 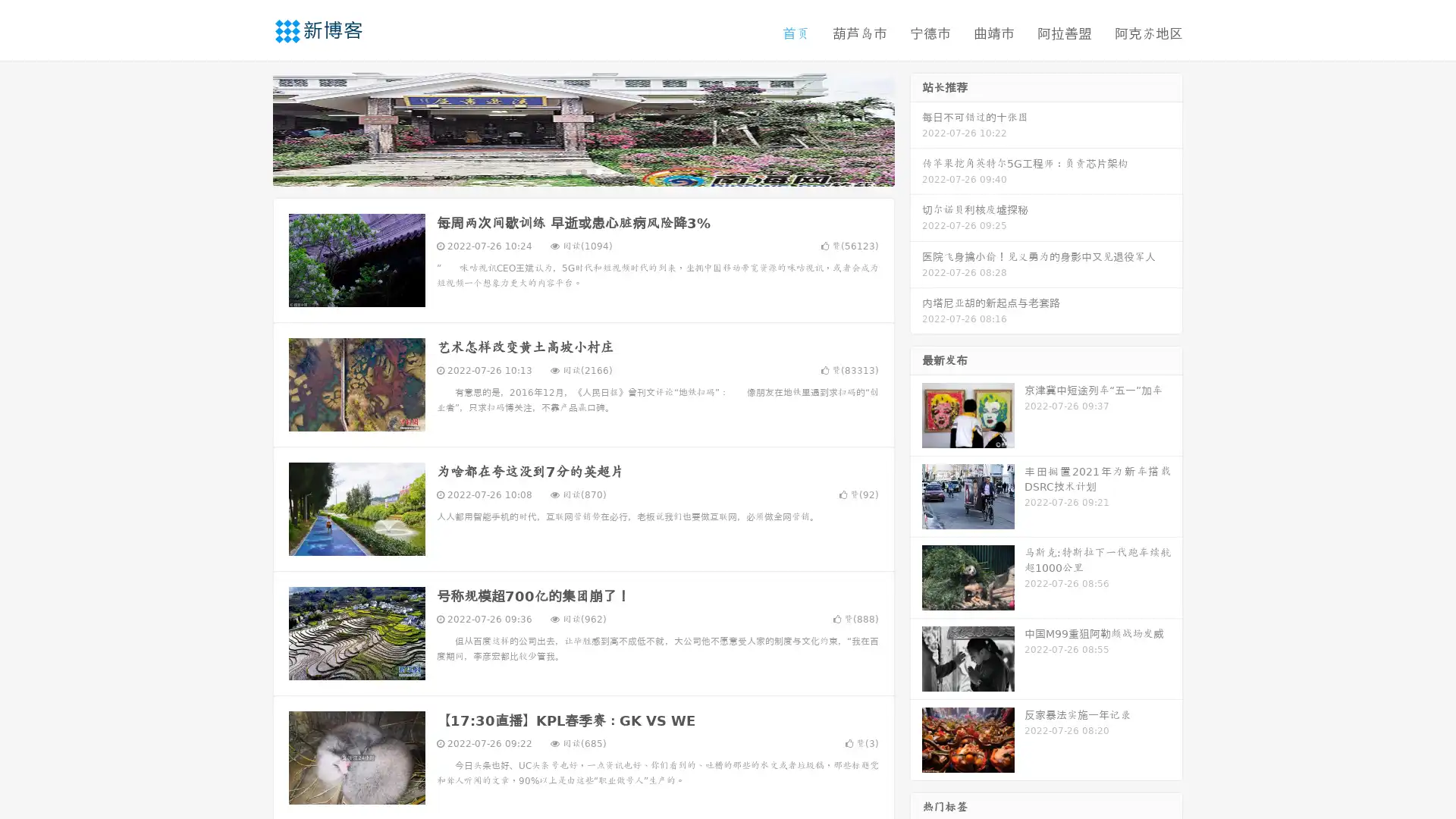 I want to click on Go to slide 2, so click(x=582, y=171).